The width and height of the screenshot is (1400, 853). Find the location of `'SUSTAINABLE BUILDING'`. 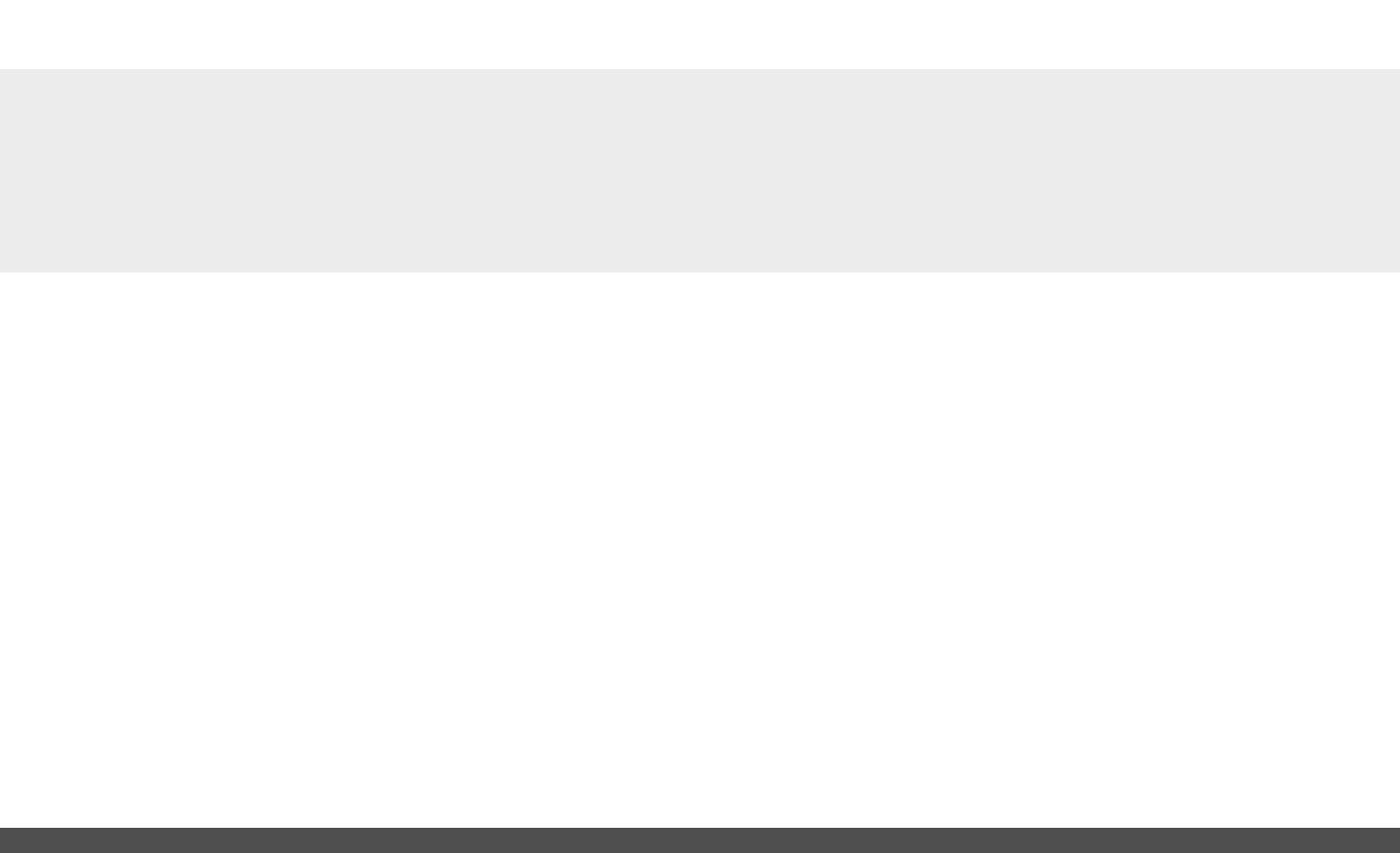

'SUSTAINABLE BUILDING' is located at coordinates (346, 161).